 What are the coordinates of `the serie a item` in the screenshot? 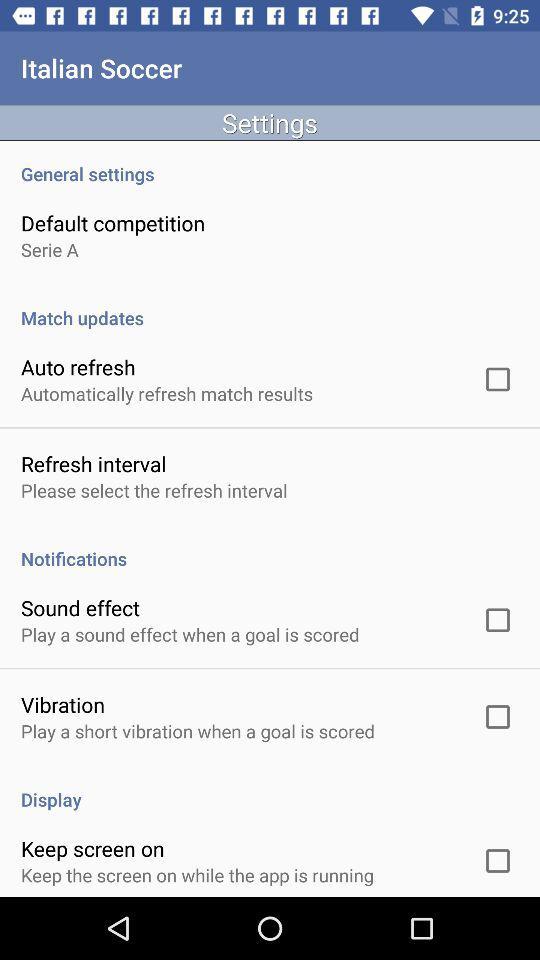 It's located at (49, 248).